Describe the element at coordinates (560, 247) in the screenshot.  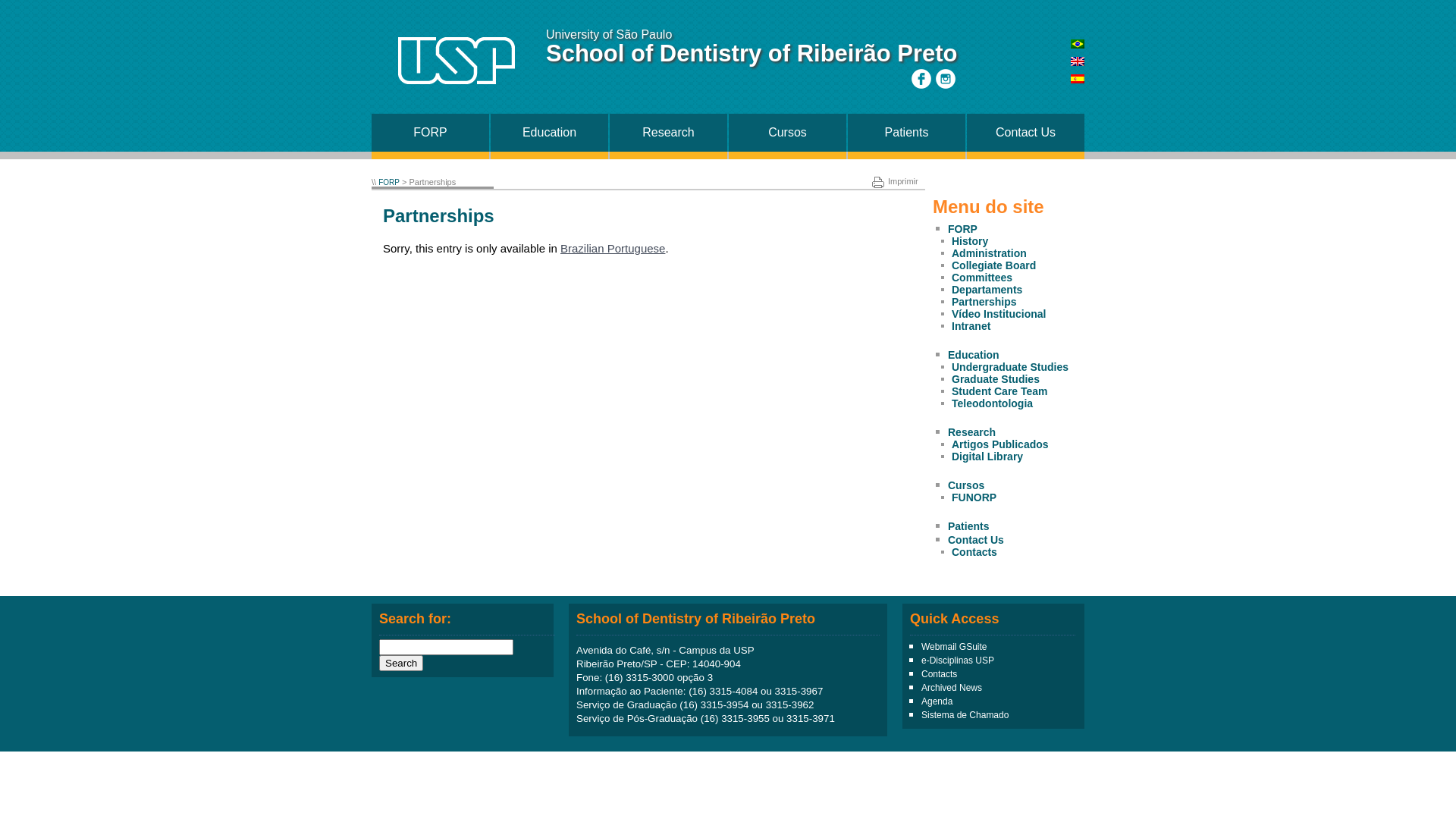
I see `'Brazilian Portuguese'` at that location.